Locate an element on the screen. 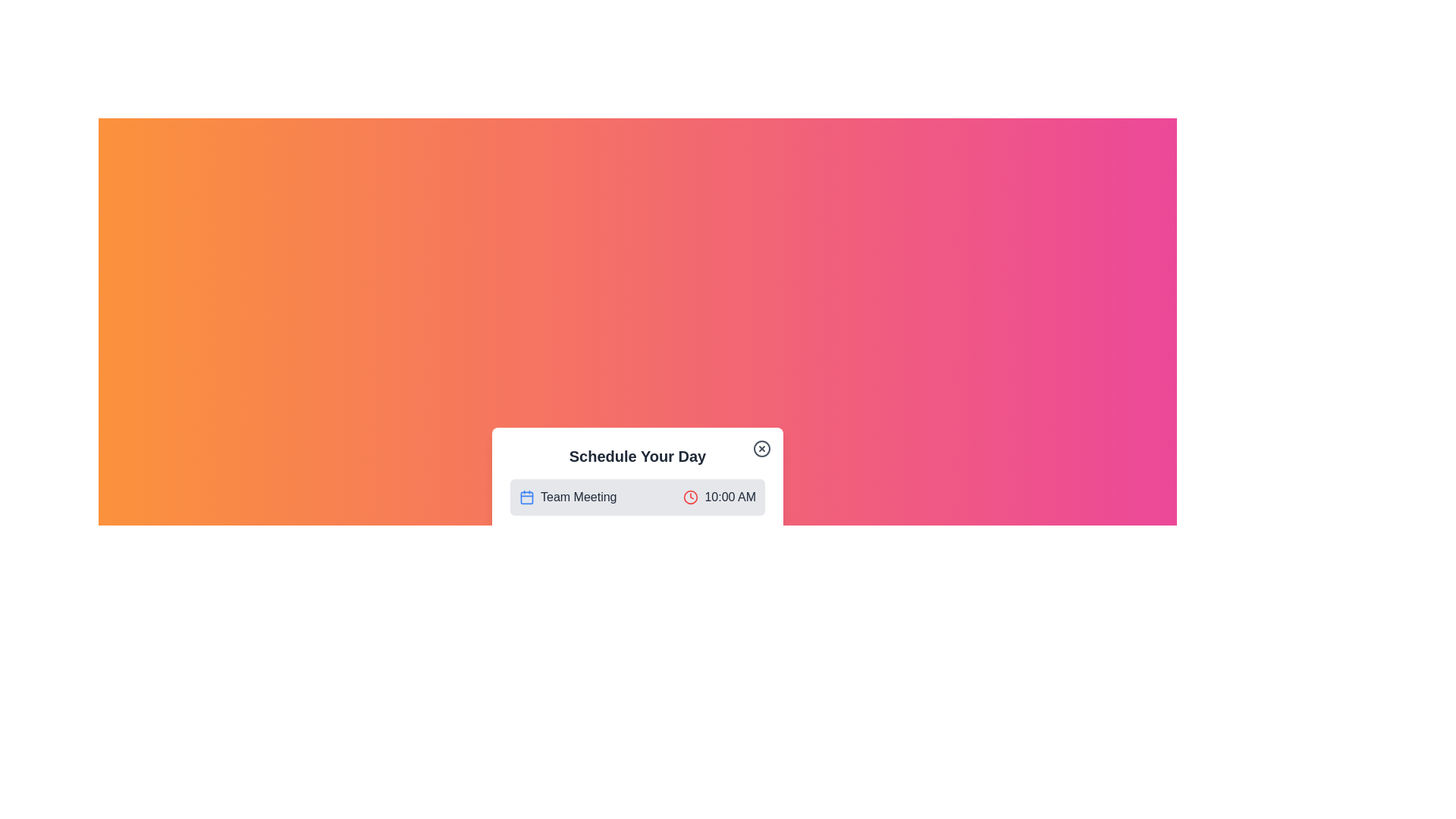 The image size is (1456, 819). the text label that identifies the event as 'Team Meeting', located in the middle of a pop-up card labeled 'Schedule Your Day' is located at coordinates (578, 497).